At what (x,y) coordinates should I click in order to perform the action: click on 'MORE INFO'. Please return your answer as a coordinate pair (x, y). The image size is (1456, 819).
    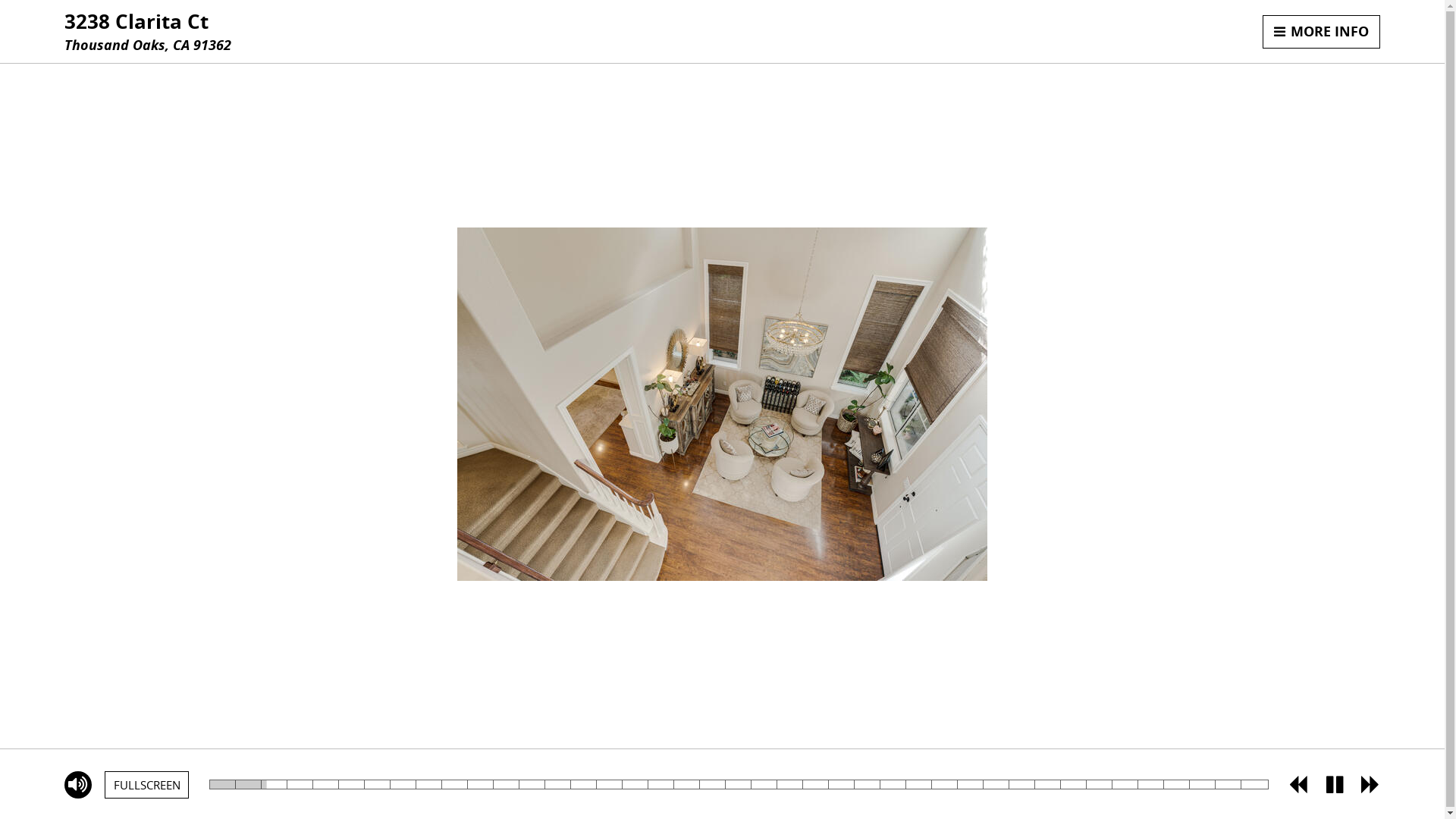
    Looking at the image, I should click on (1320, 32).